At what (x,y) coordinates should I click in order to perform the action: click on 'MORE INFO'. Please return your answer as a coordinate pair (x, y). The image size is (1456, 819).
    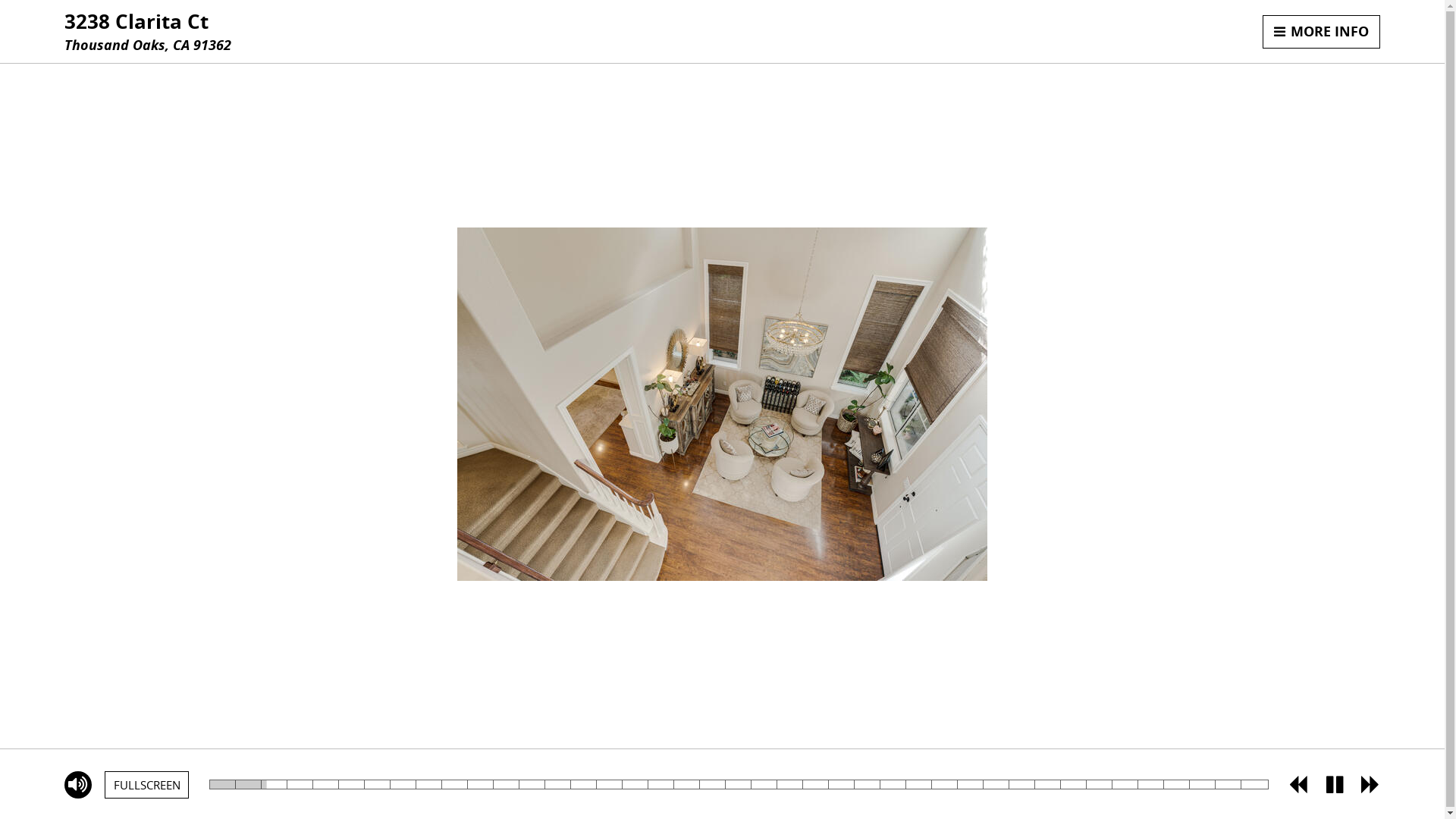
    Looking at the image, I should click on (1320, 32).